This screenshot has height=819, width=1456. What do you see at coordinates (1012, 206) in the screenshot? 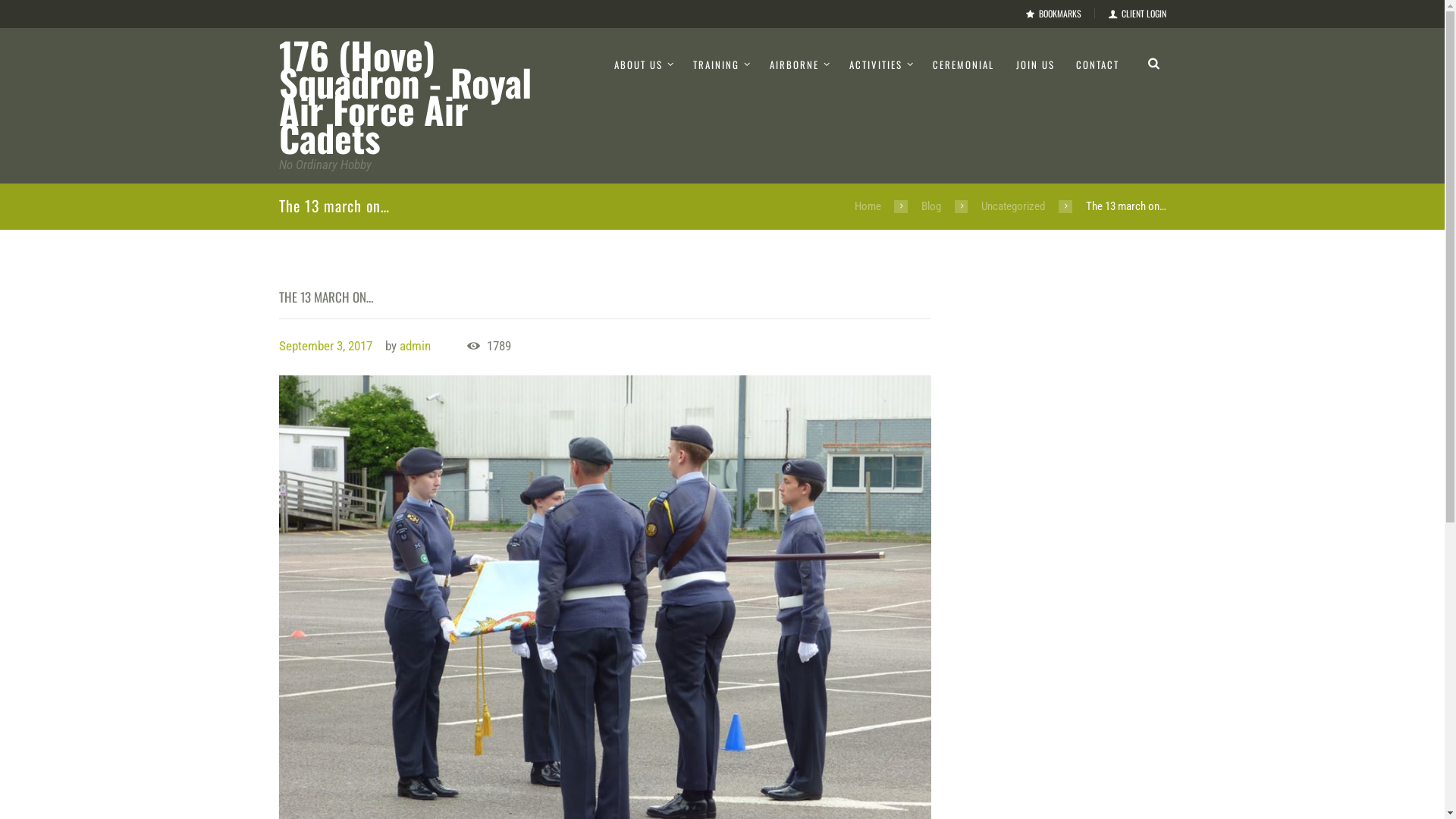
I see `'Uncategorized'` at bounding box center [1012, 206].